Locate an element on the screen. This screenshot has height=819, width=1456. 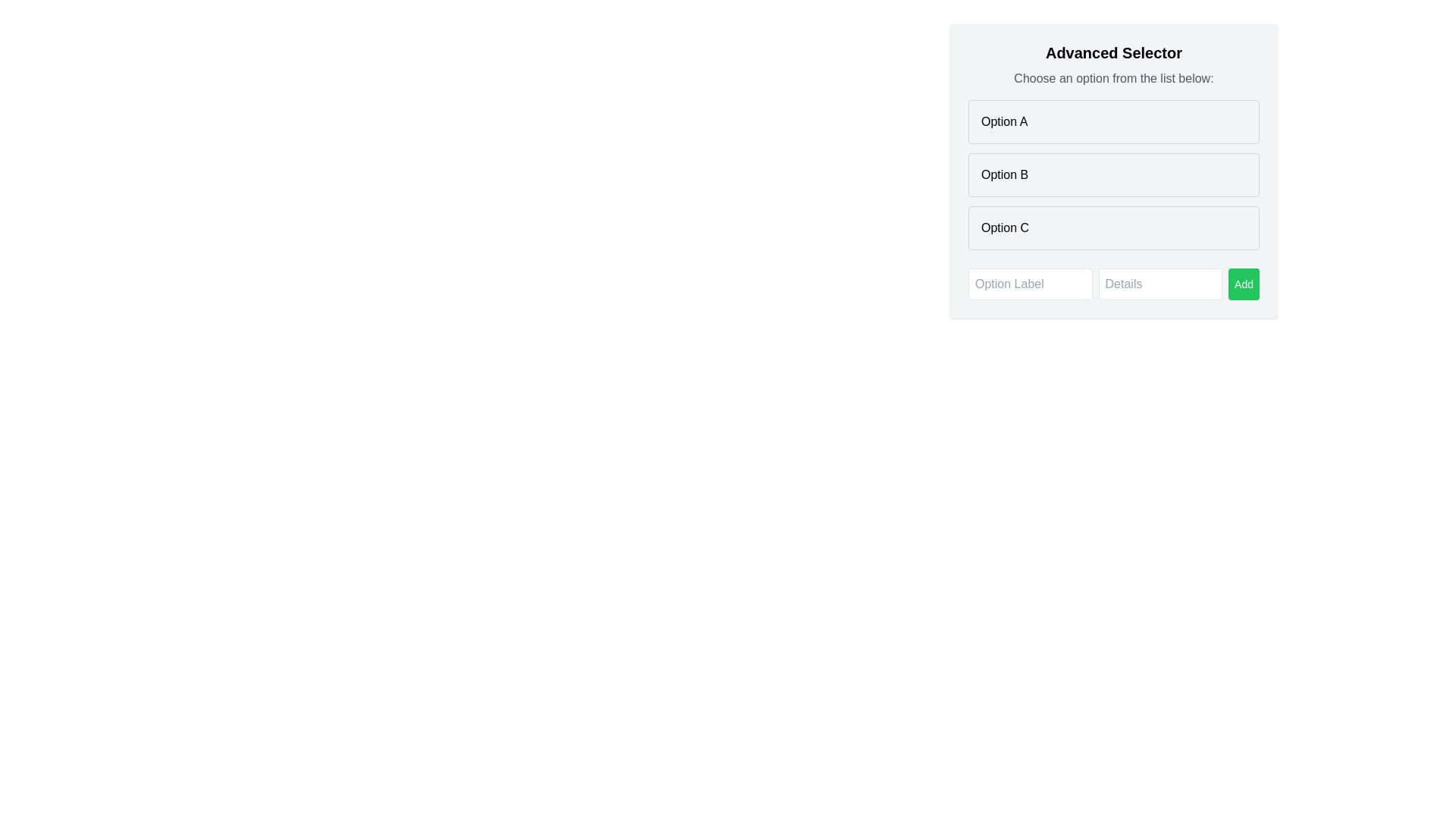
the 'Option B' button in the Advanced Selector section to change its background color is located at coordinates (1113, 174).